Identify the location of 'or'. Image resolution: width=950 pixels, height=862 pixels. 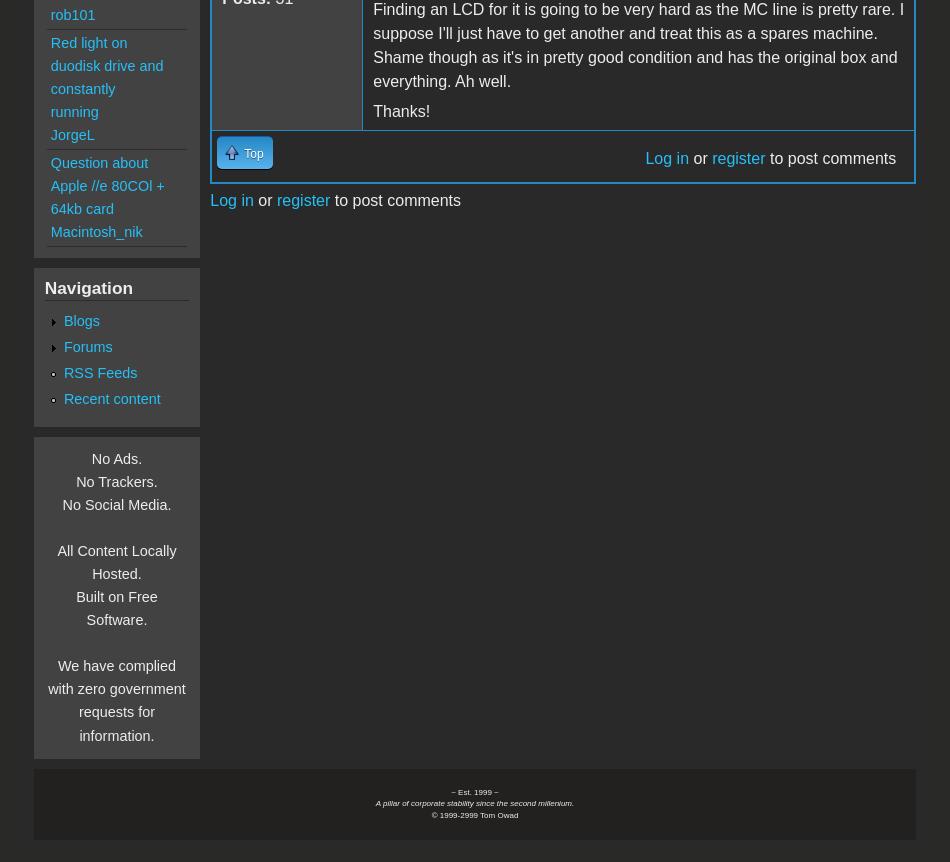
(263, 199).